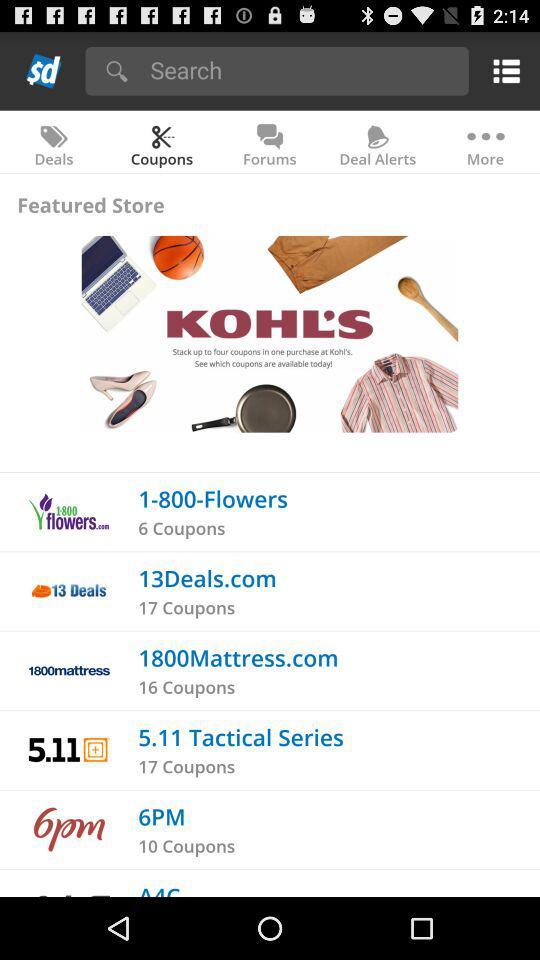 The image size is (540, 960). Describe the element at coordinates (302, 69) in the screenshot. I see `my search objective` at that location.